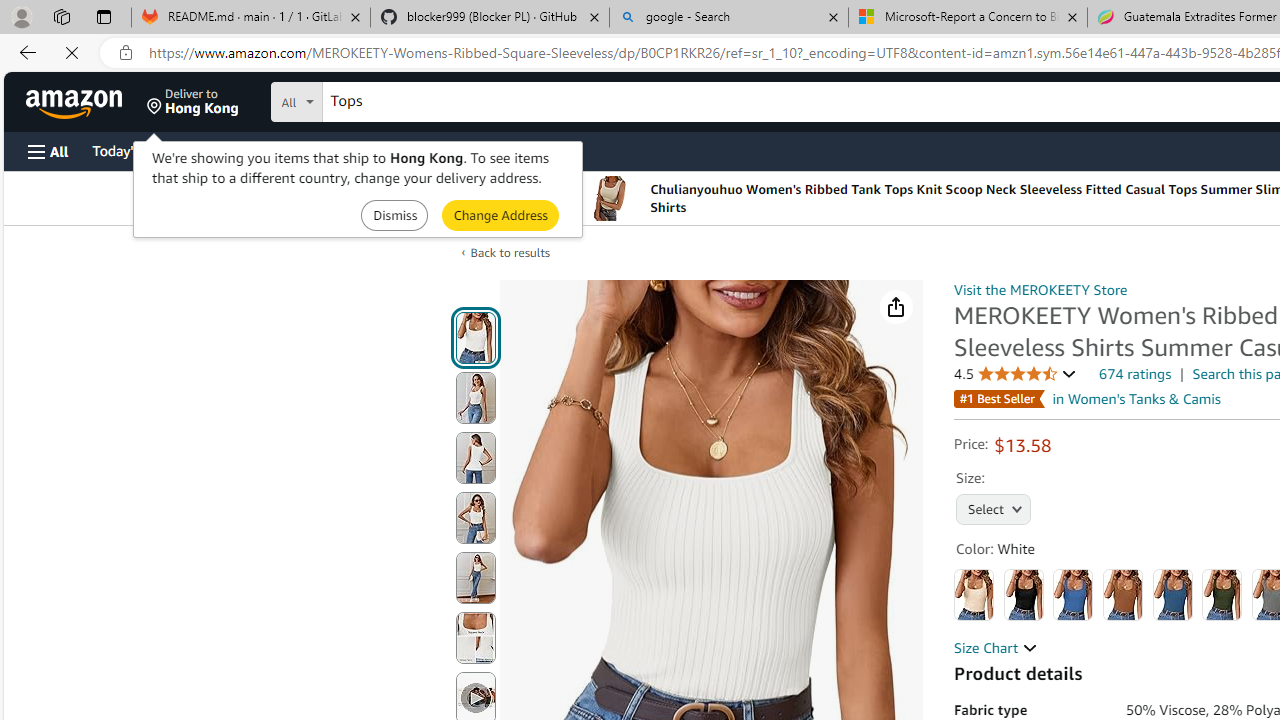 The height and width of the screenshot is (720, 1280). I want to click on 'Beige', so click(974, 594).